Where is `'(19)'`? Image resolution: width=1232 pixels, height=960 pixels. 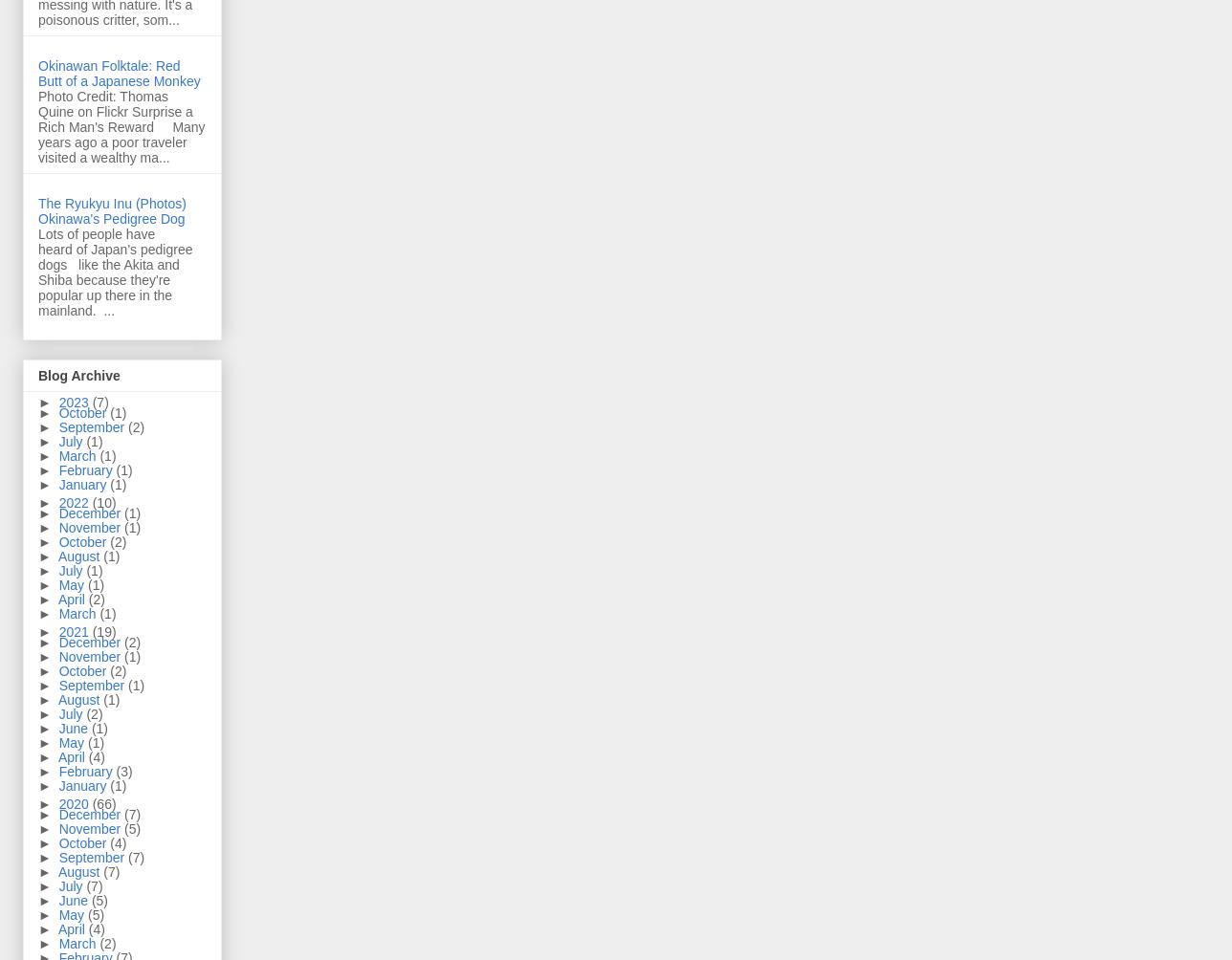 '(19)' is located at coordinates (103, 630).